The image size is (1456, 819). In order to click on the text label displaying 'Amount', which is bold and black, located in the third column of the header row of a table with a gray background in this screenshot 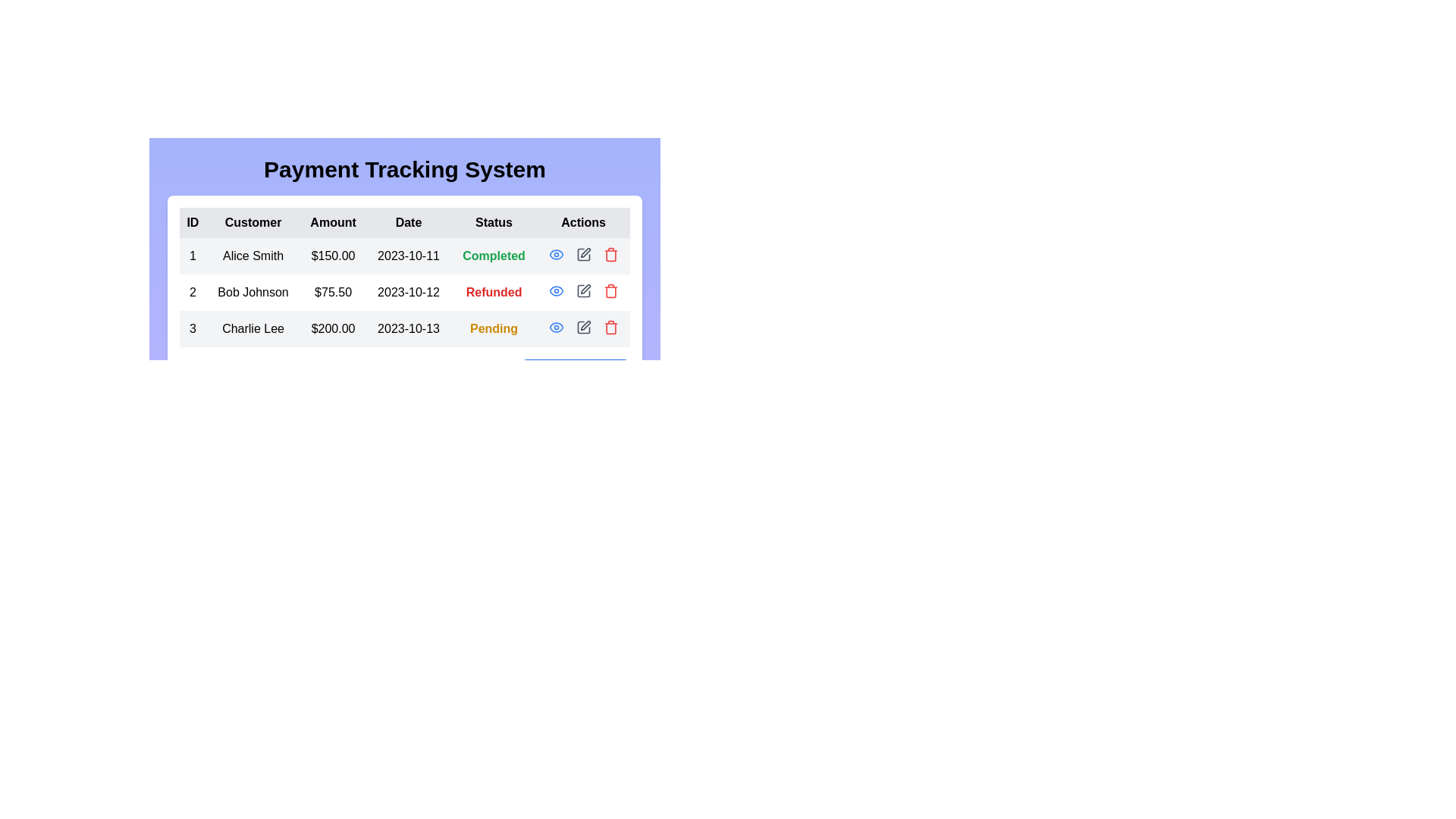, I will do `click(332, 222)`.